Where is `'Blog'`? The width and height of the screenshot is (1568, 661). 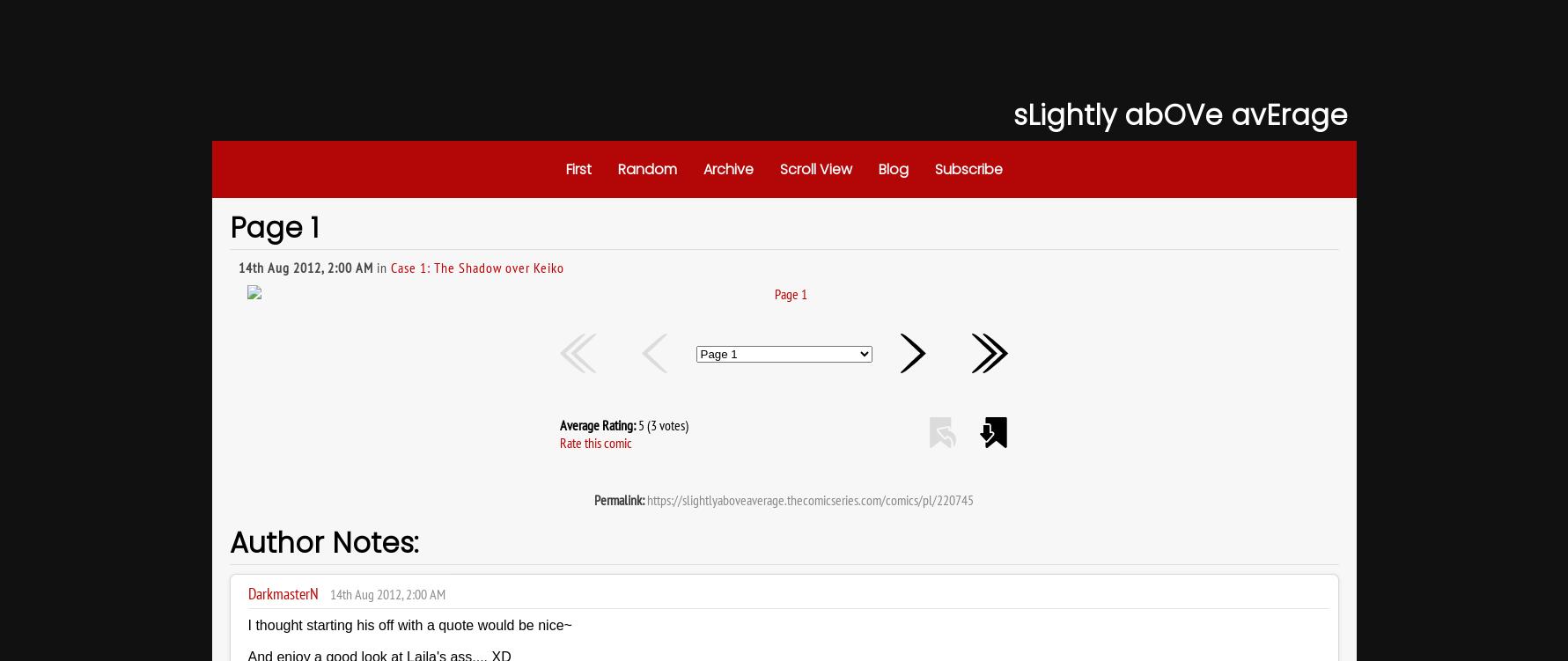
'Blog' is located at coordinates (892, 169).